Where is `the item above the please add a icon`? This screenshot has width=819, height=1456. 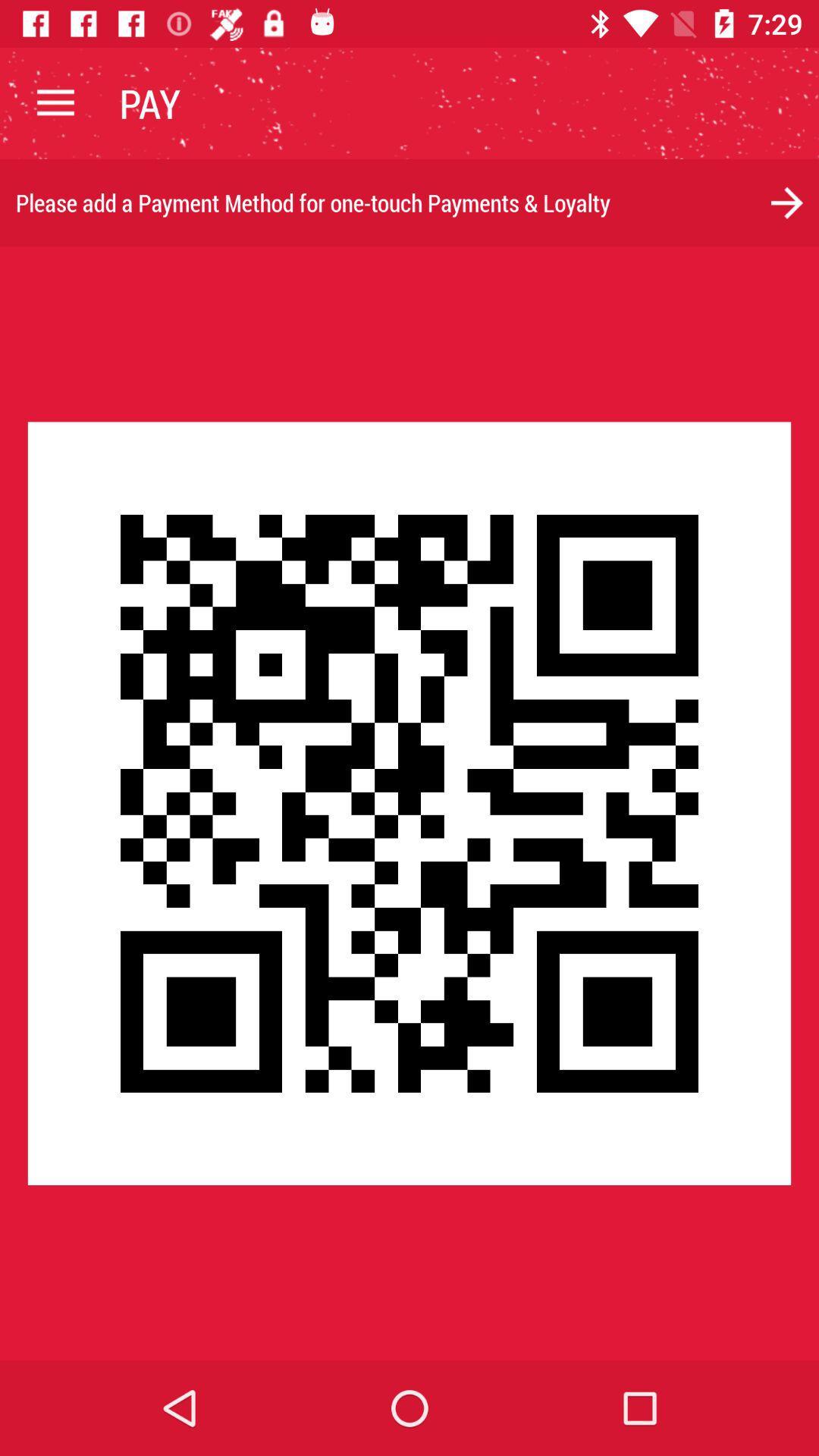 the item above the please add a icon is located at coordinates (55, 102).